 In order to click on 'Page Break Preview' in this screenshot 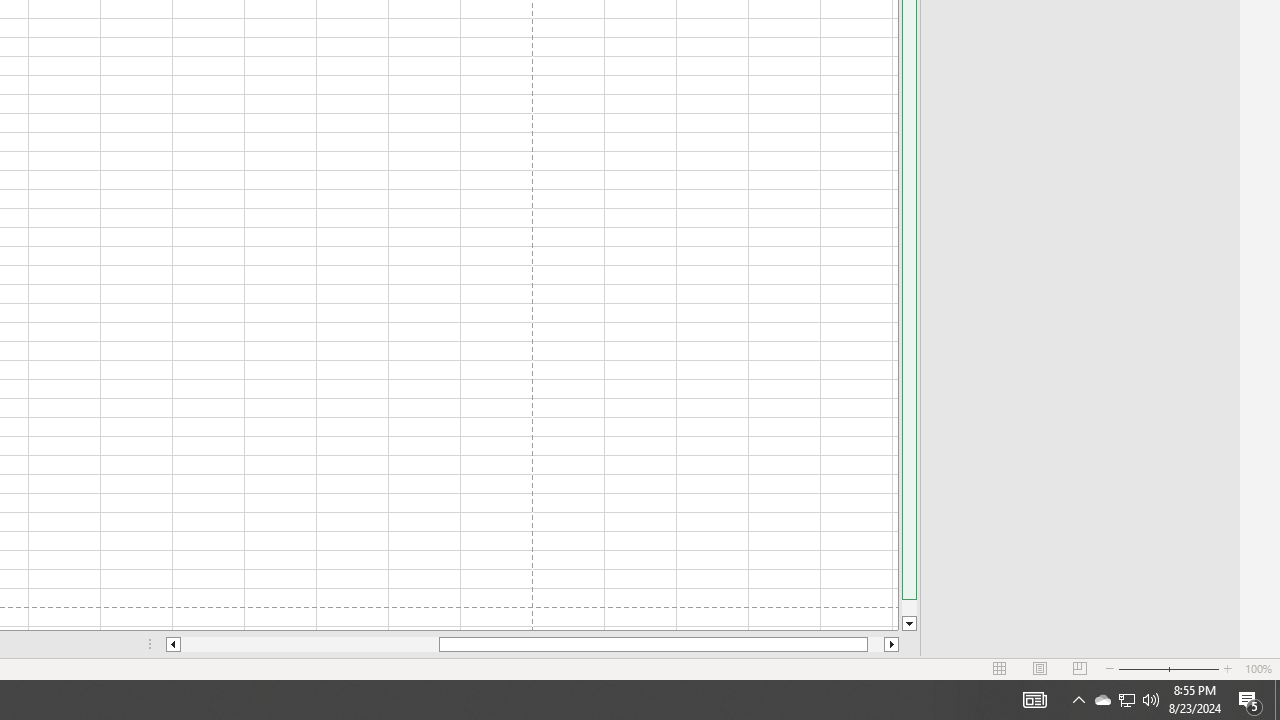, I will do `click(1078, 669)`.